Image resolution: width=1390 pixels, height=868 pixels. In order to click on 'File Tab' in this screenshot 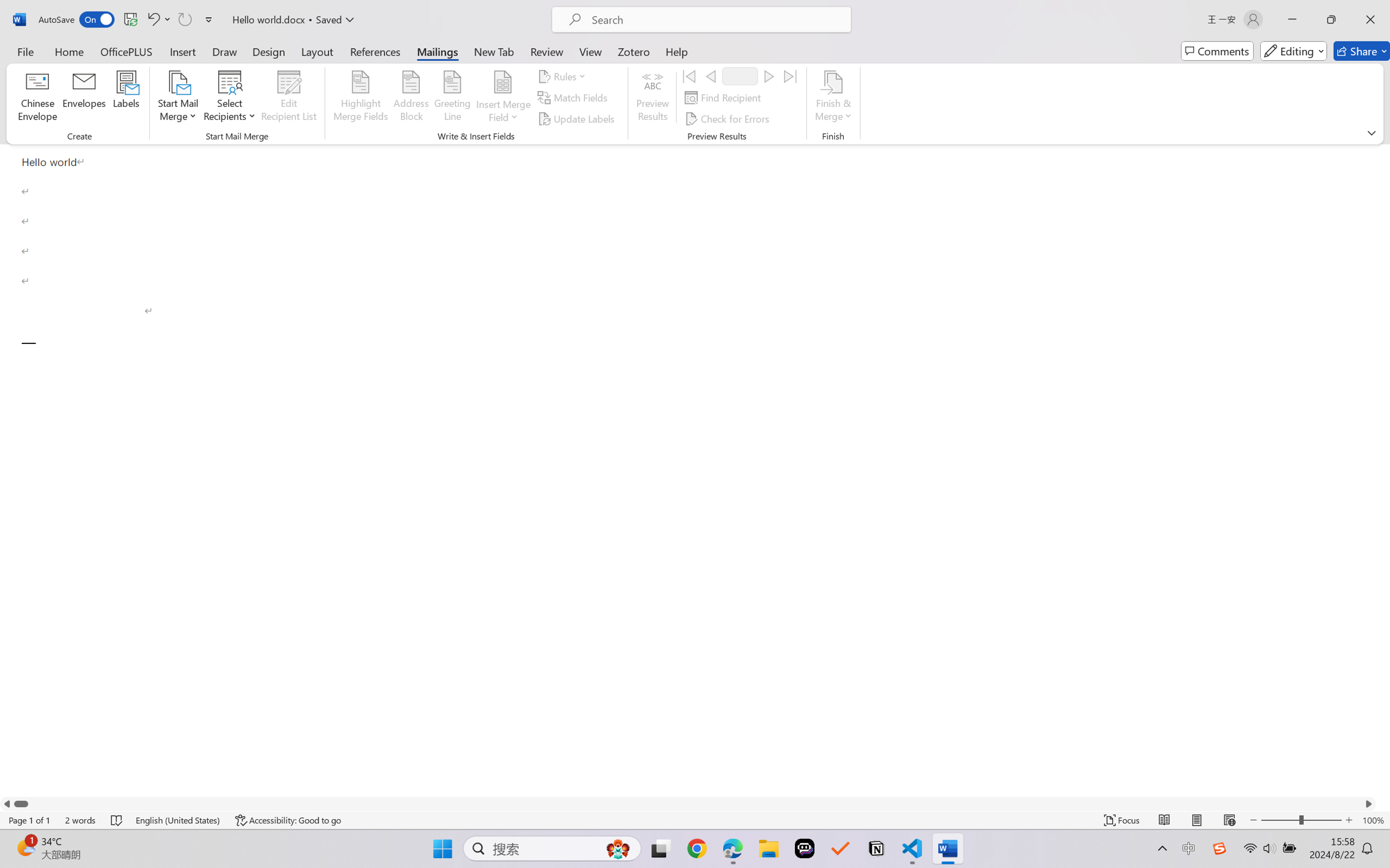, I will do `click(25, 51)`.